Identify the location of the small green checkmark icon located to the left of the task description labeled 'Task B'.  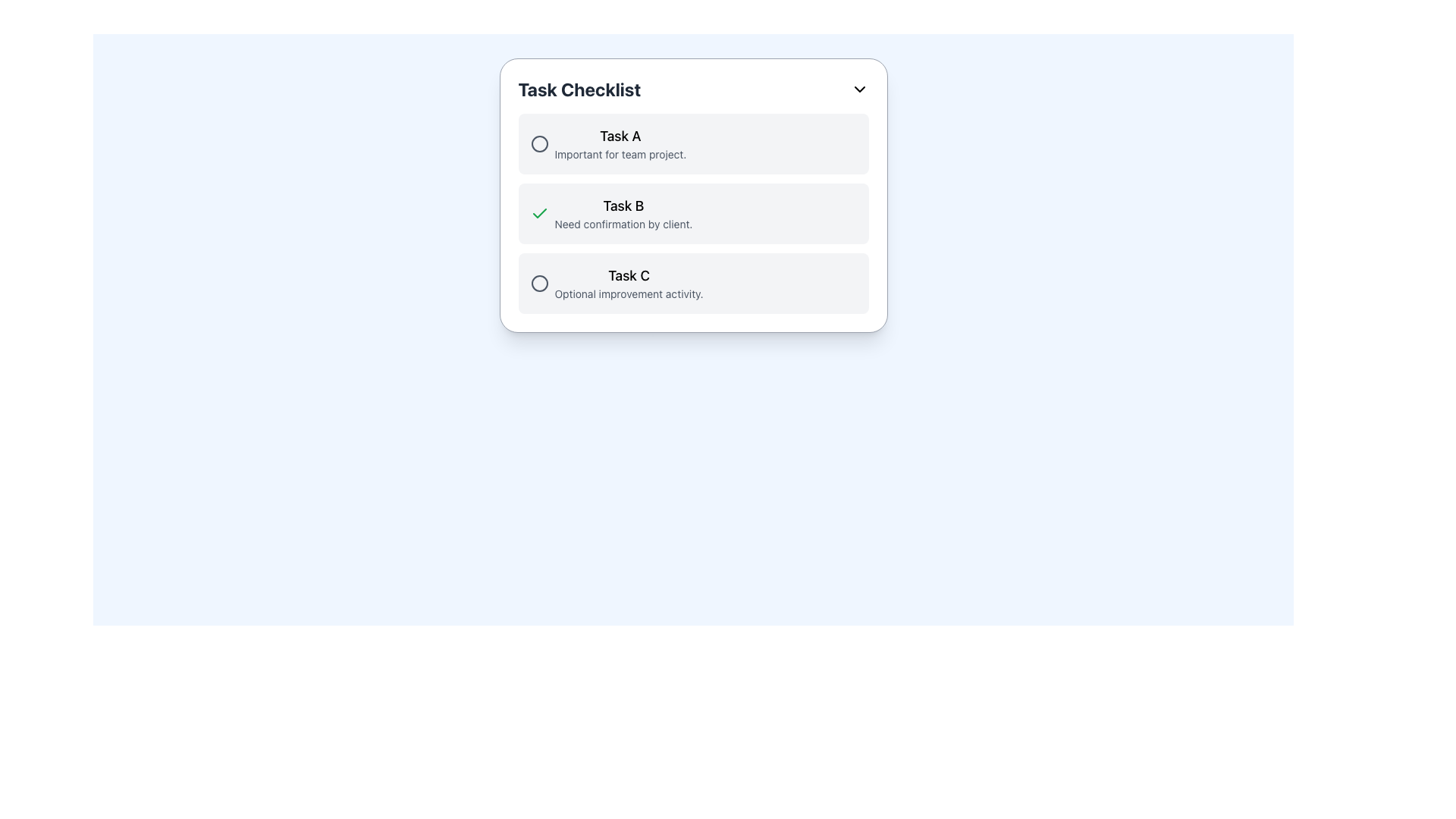
(539, 213).